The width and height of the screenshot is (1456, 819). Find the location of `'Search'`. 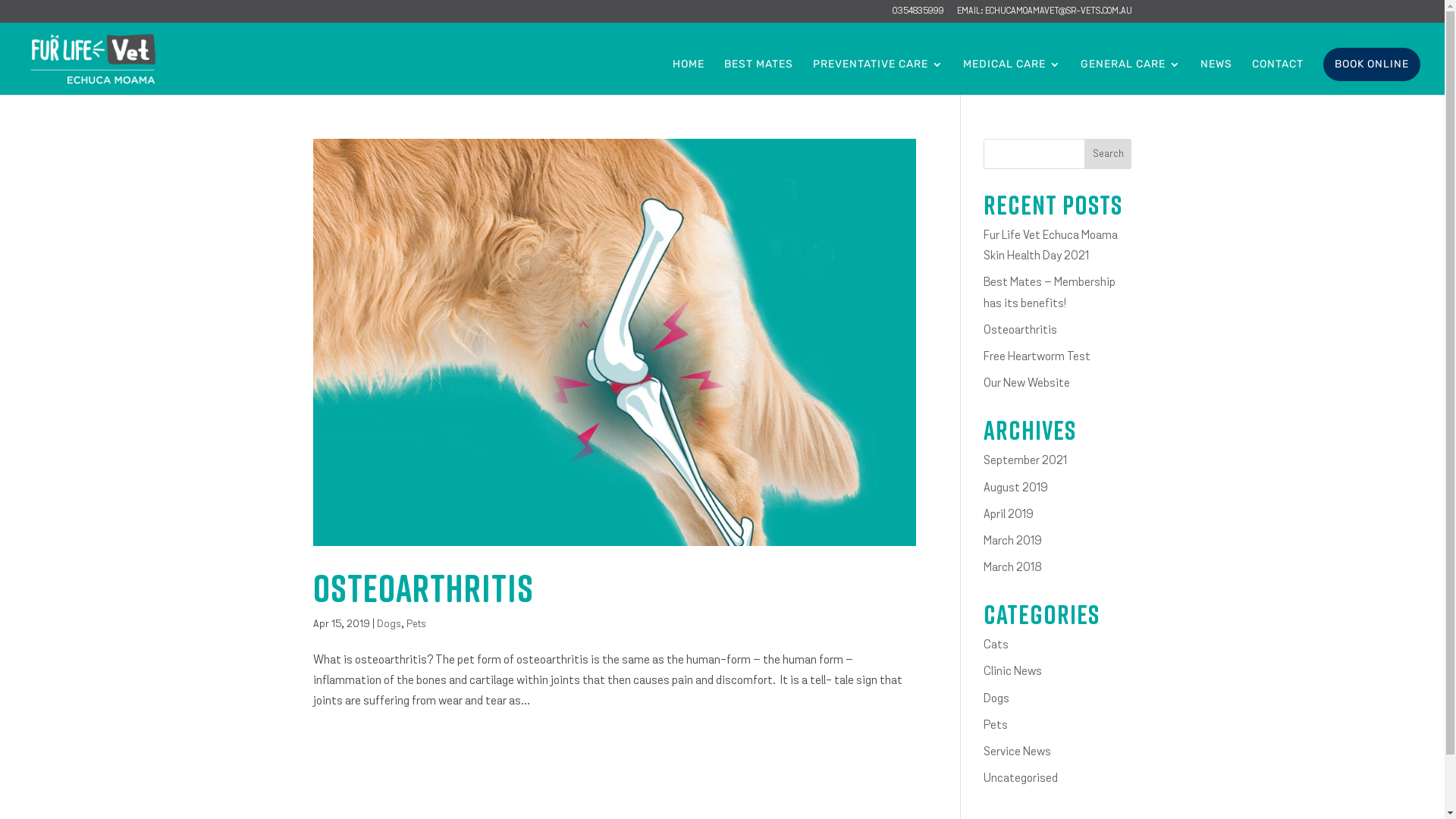

'Search' is located at coordinates (1108, 154).